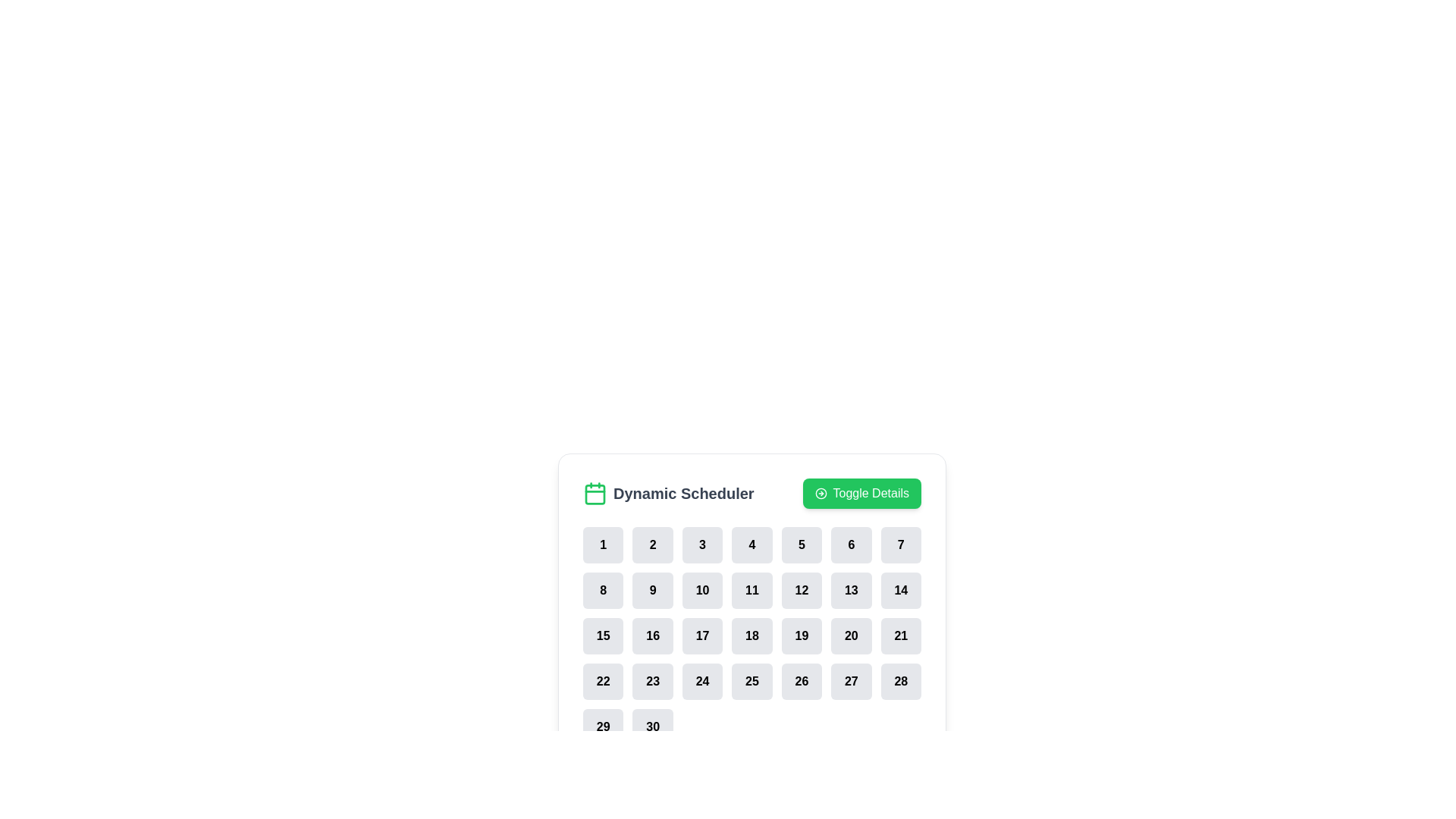 This screenshot has height=819, width=1456. What do you see at coordinates (602, 726) in the screenshot?
I see `the button displaying the number '29' which is a rounded rectangle with a light gray background` at bounding box center [602, 726].